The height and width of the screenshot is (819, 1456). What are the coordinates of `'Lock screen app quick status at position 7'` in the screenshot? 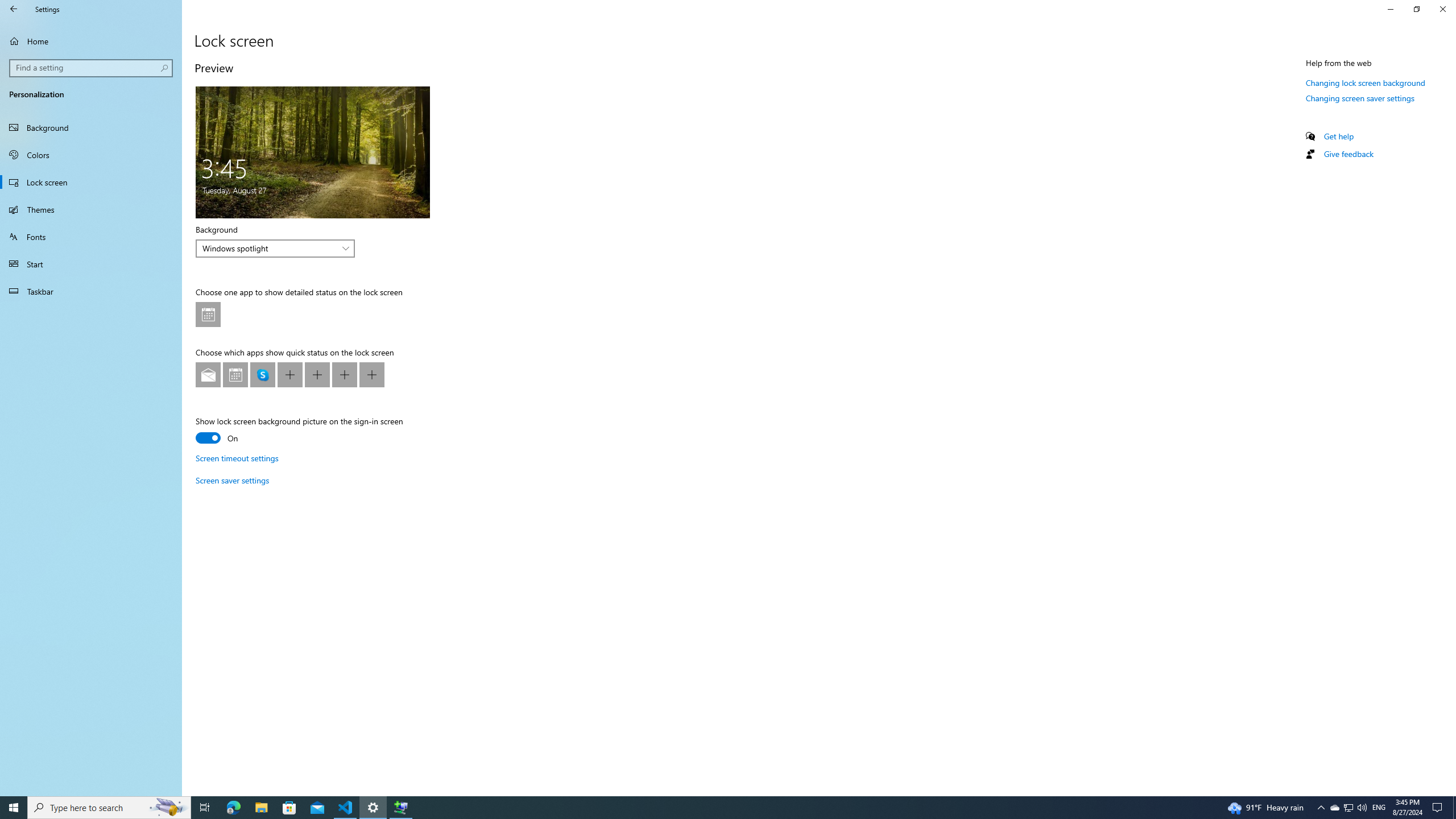 It's located at (371, 374).